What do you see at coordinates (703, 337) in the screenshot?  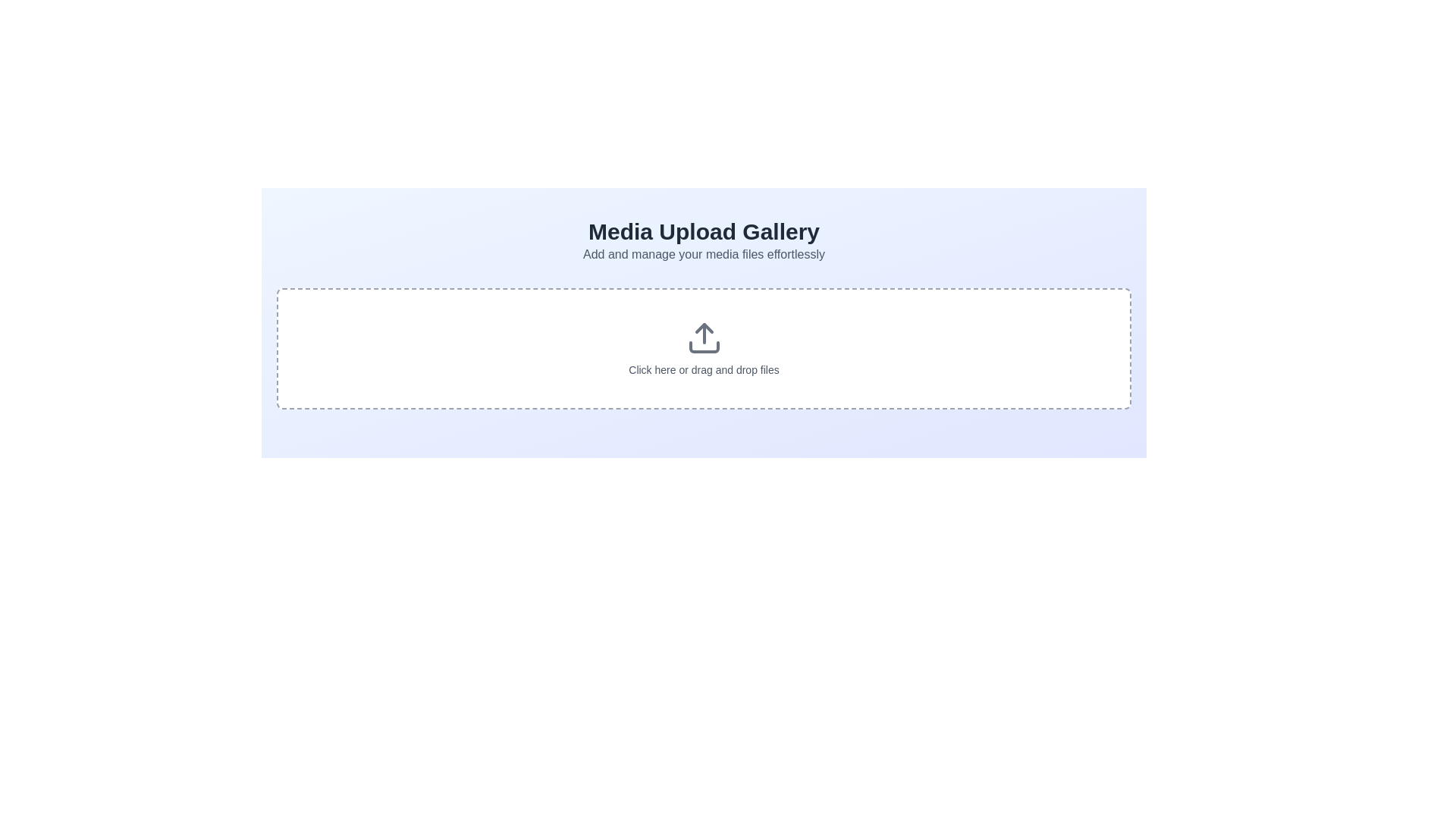 I see `the upload icon, which features an upward arrow and is styled in gray, located centrally in a bordered box with the text 'Click here or drag and drop files' below it` at bounding box center [703, 337].